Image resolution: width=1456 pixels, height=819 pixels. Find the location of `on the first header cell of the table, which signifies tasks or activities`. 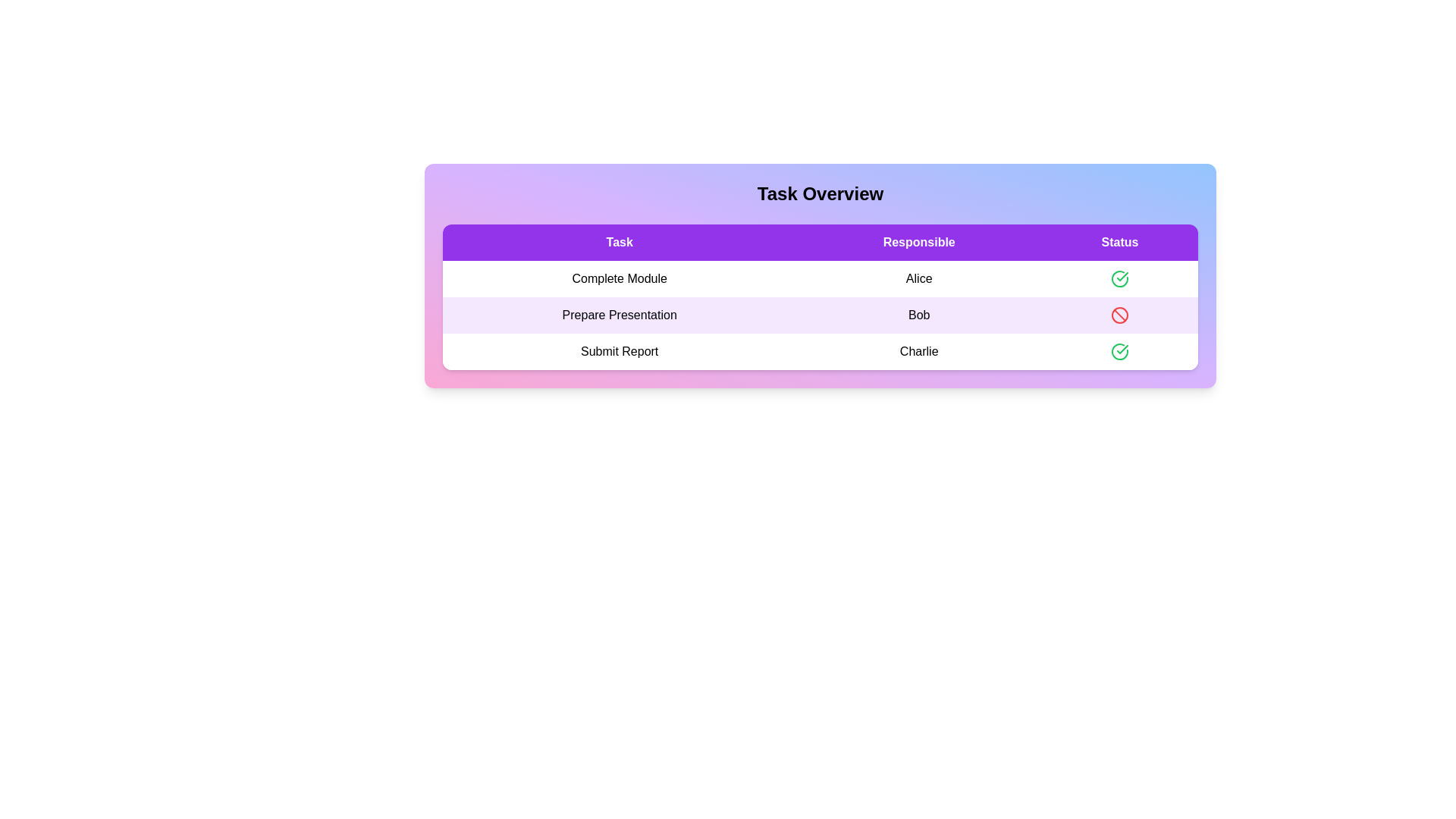

on the first header cell of the table, which signifies tasks or activities is located at coordinates (619, 242).